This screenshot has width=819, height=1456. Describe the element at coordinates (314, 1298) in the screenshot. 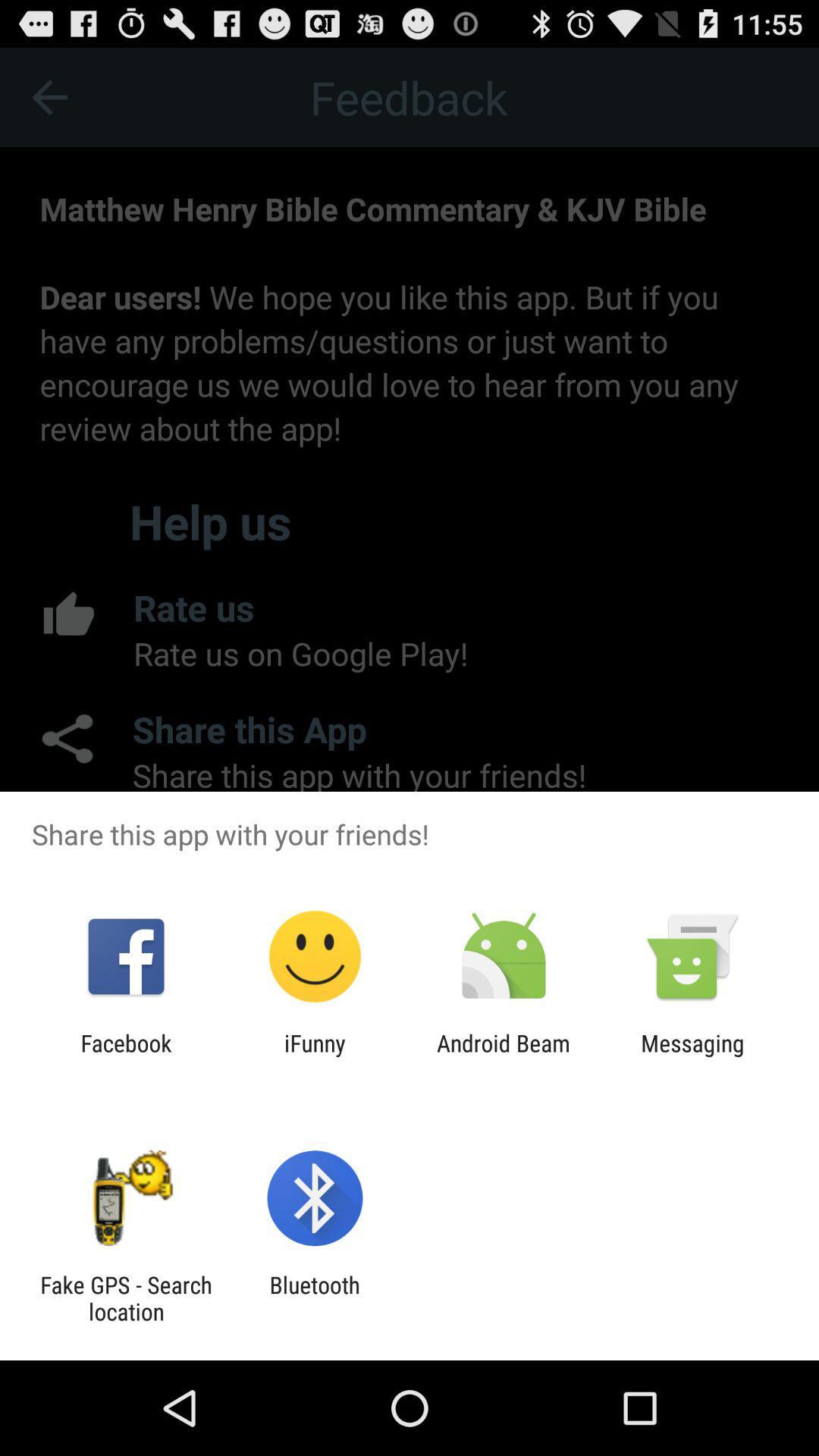

I see `bluetooth` at that location.